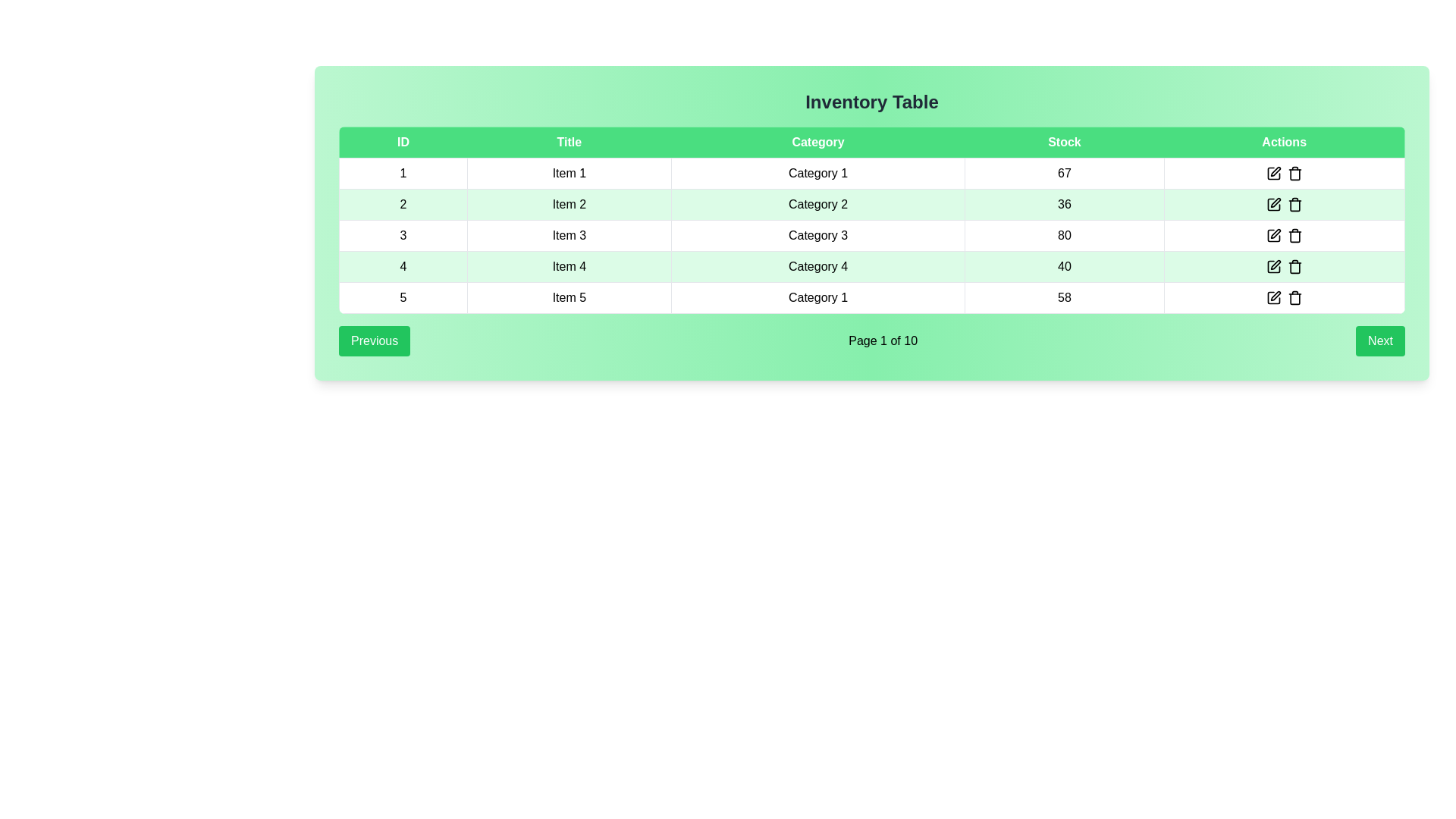  What do you see at coordinates (817, 172) in the screenshot?
I see `the text cell displaying 'Category 1' in the first row of the table, which is located in the third column` at bounding box center [817, 172].